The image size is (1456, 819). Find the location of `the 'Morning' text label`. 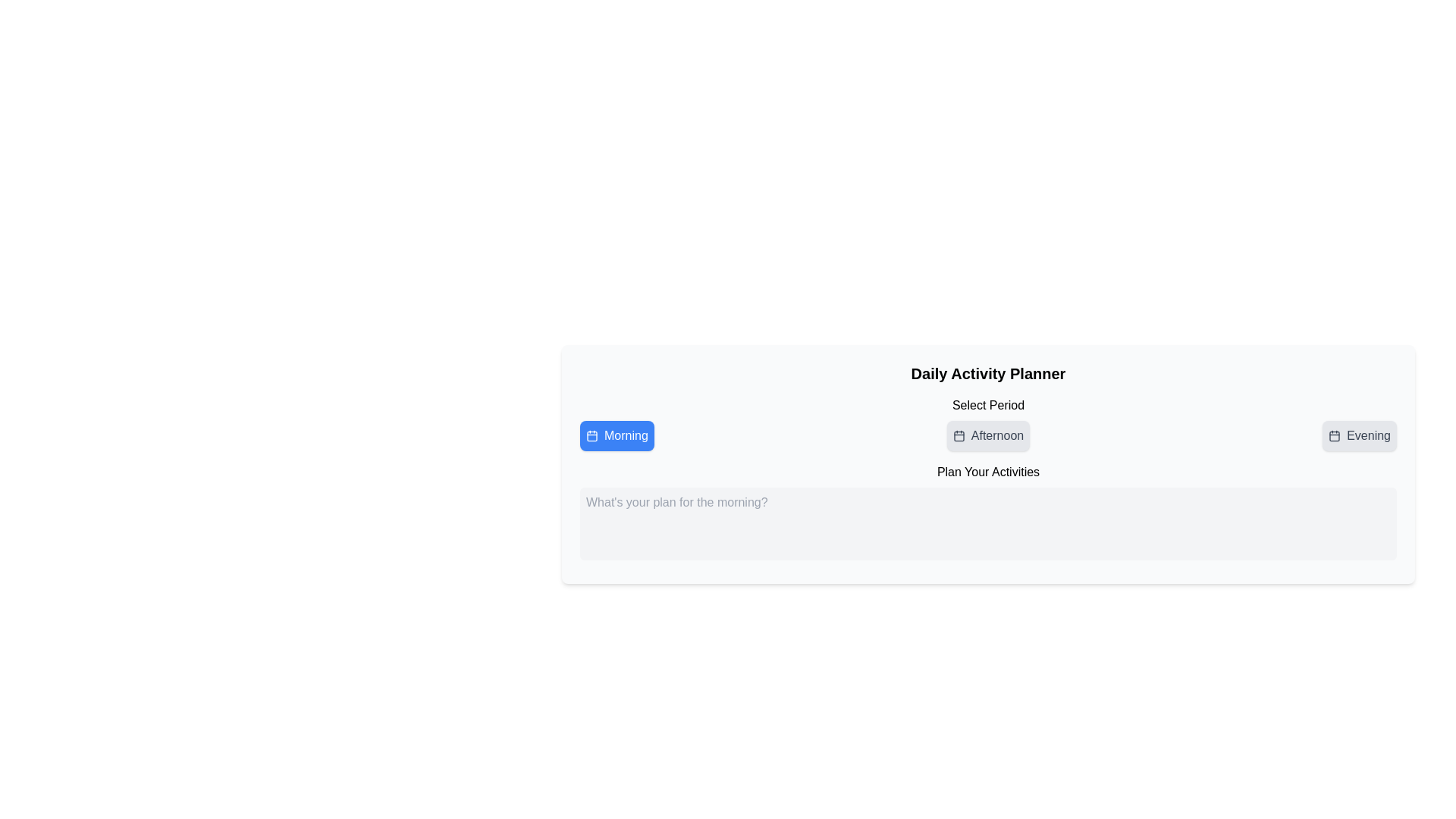

the 'Morning' text label is located at coordinates (626, 435).